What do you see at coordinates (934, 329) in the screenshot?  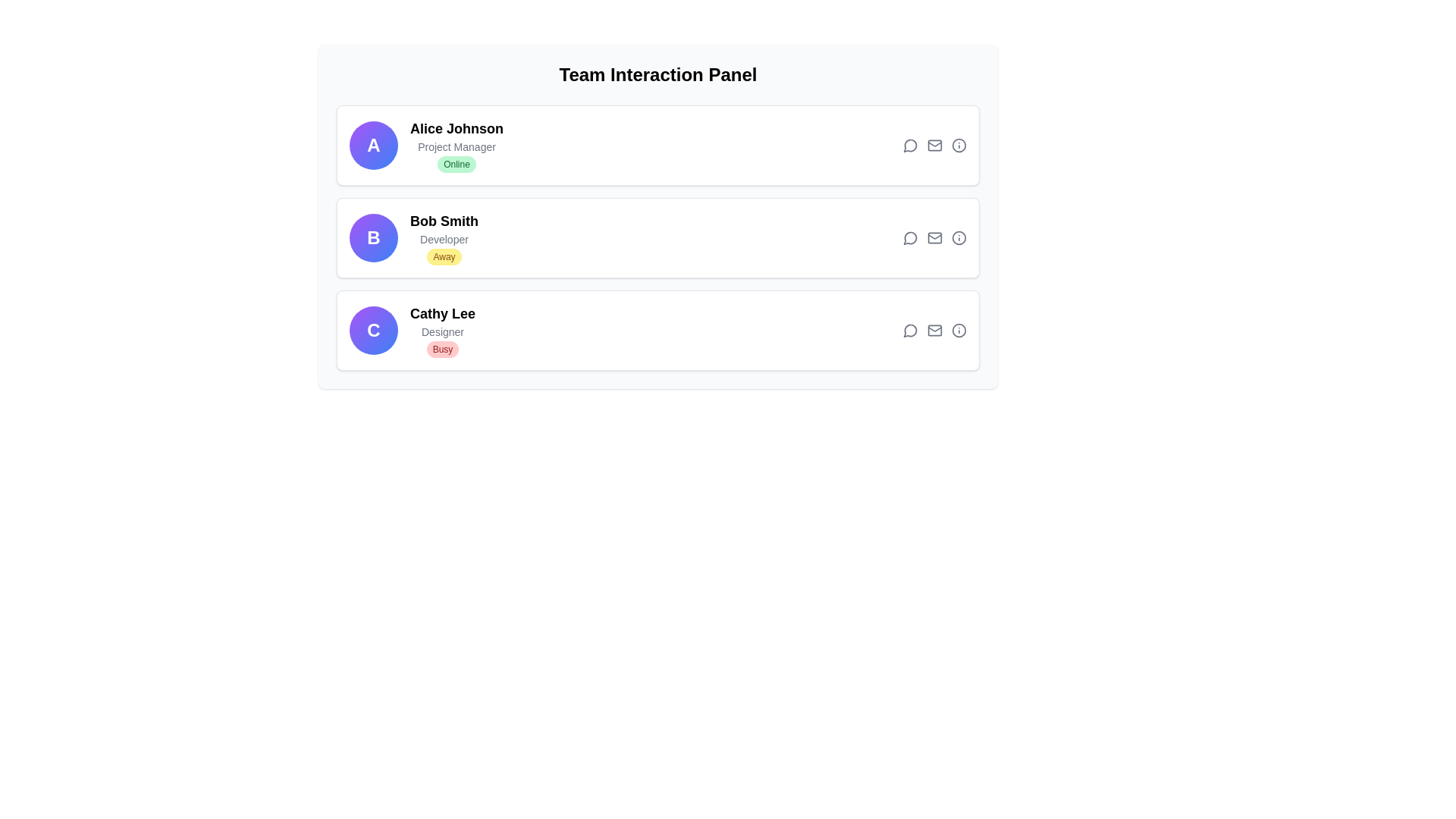 I see `the third icon in the Action Icon Group located in the rightmost region of Cathy Lee's card in the Team Interaction Panel` at bounding box center [934, 329].